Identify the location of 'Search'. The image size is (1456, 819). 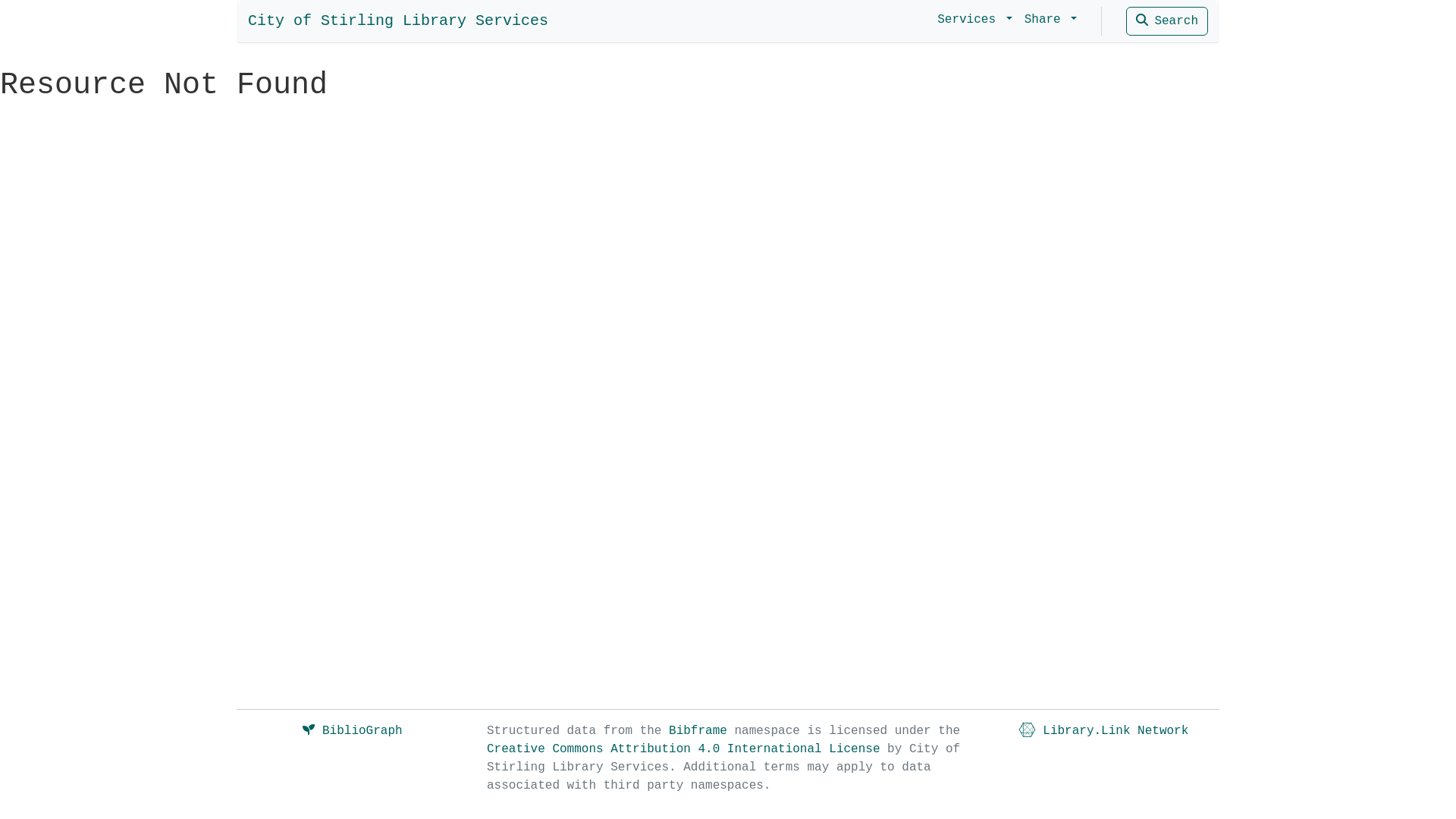
(1166, 20).